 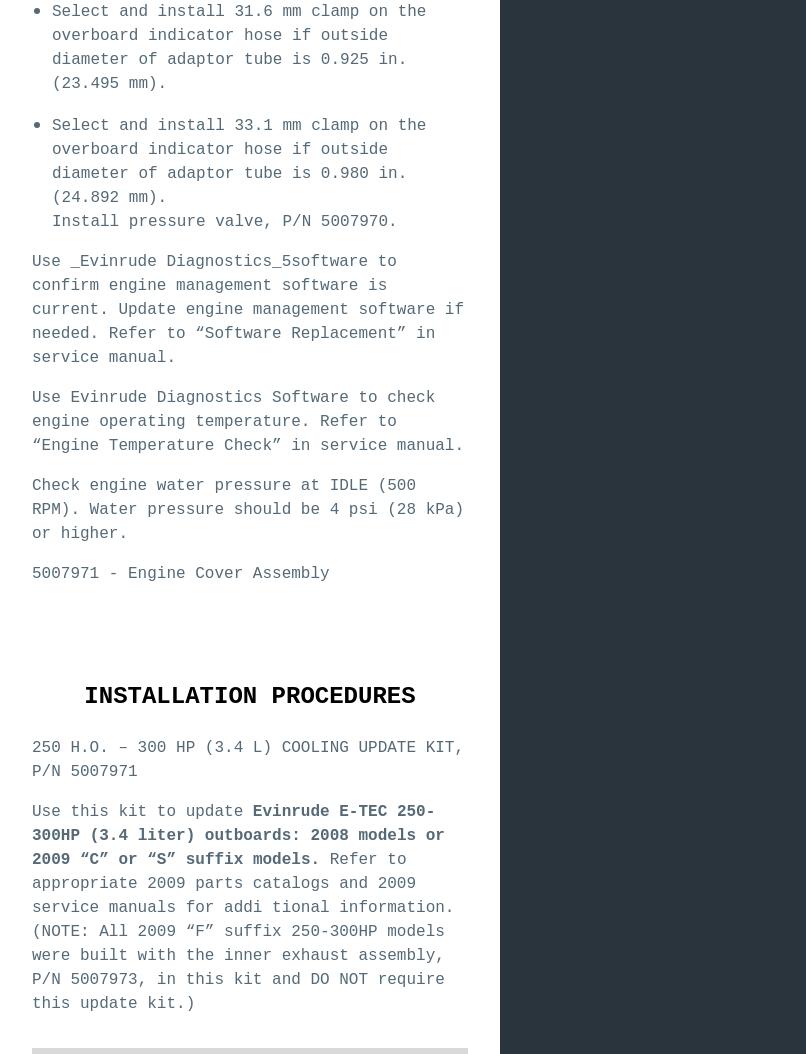 I want to click on '2008', so click(x=329, y=835).